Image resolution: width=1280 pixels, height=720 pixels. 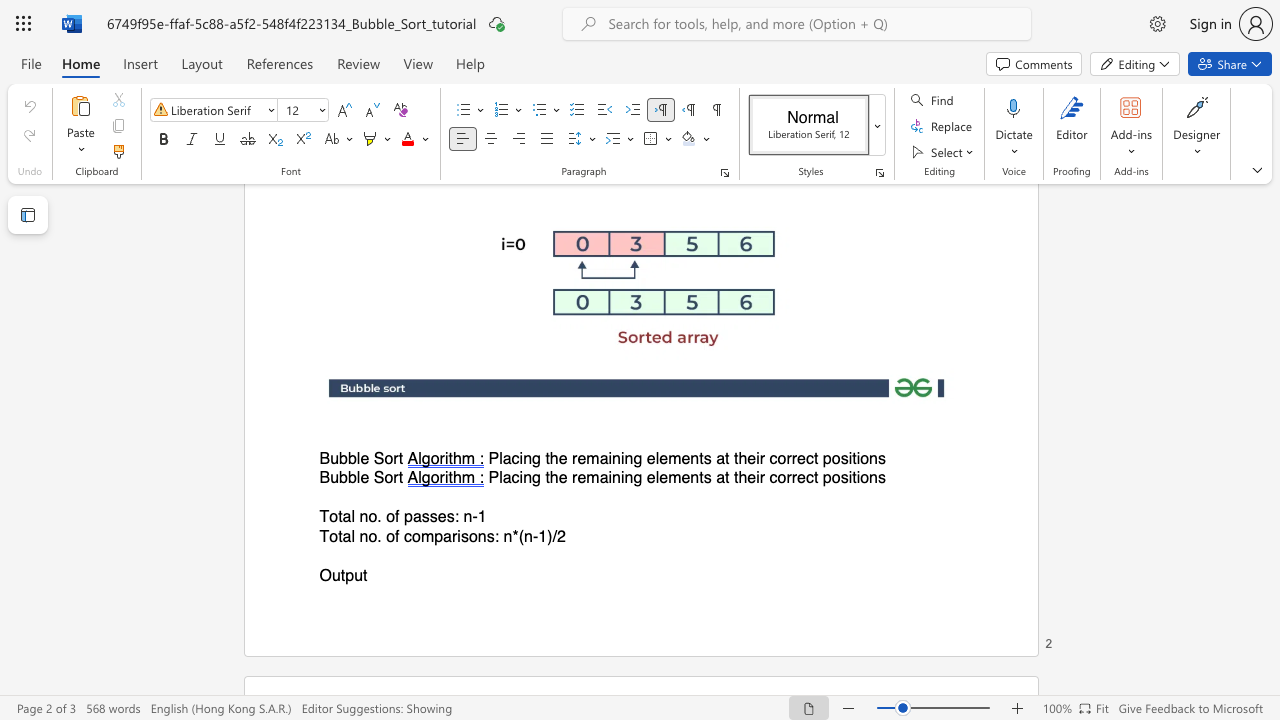 What do you see at coordinates (400, 459) in the screenshot?
I see `the 1th character "t" in the text` at bounding box center [400, 459].